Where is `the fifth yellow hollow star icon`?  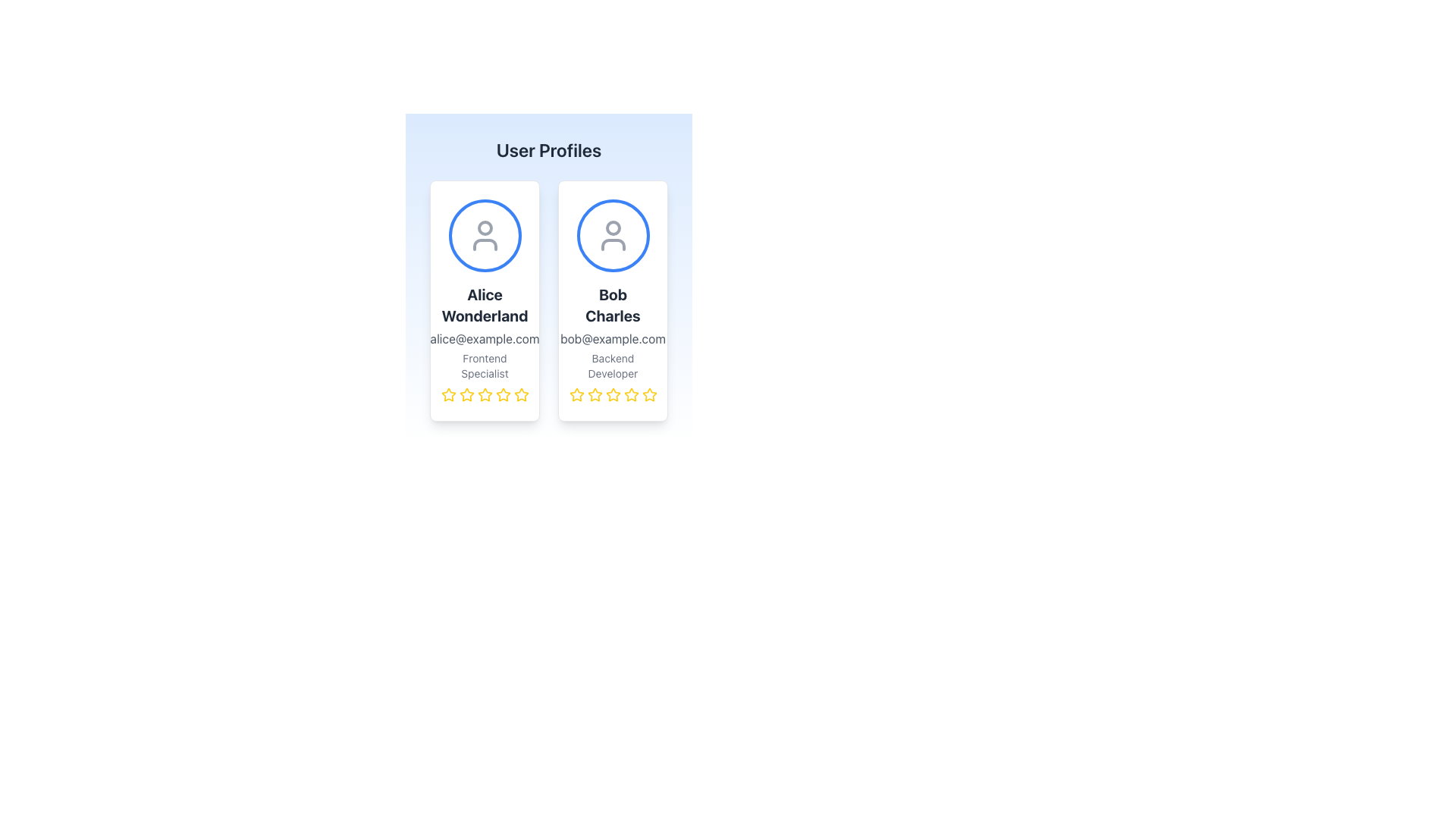
the fifth yellow hollow star icon is located at coordinates (649, 394).